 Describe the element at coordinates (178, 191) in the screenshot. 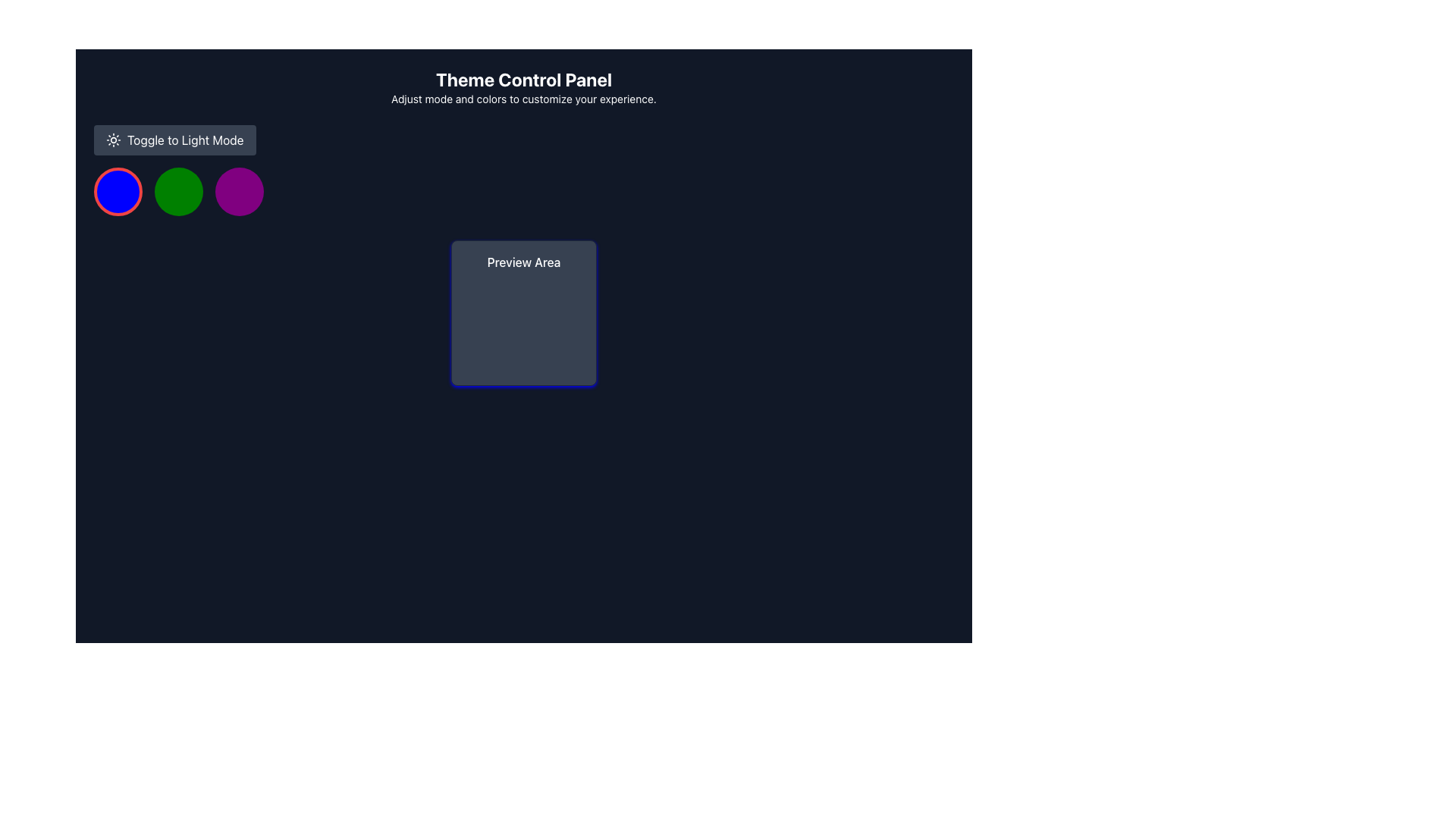

I see `the second circular button` at that location.